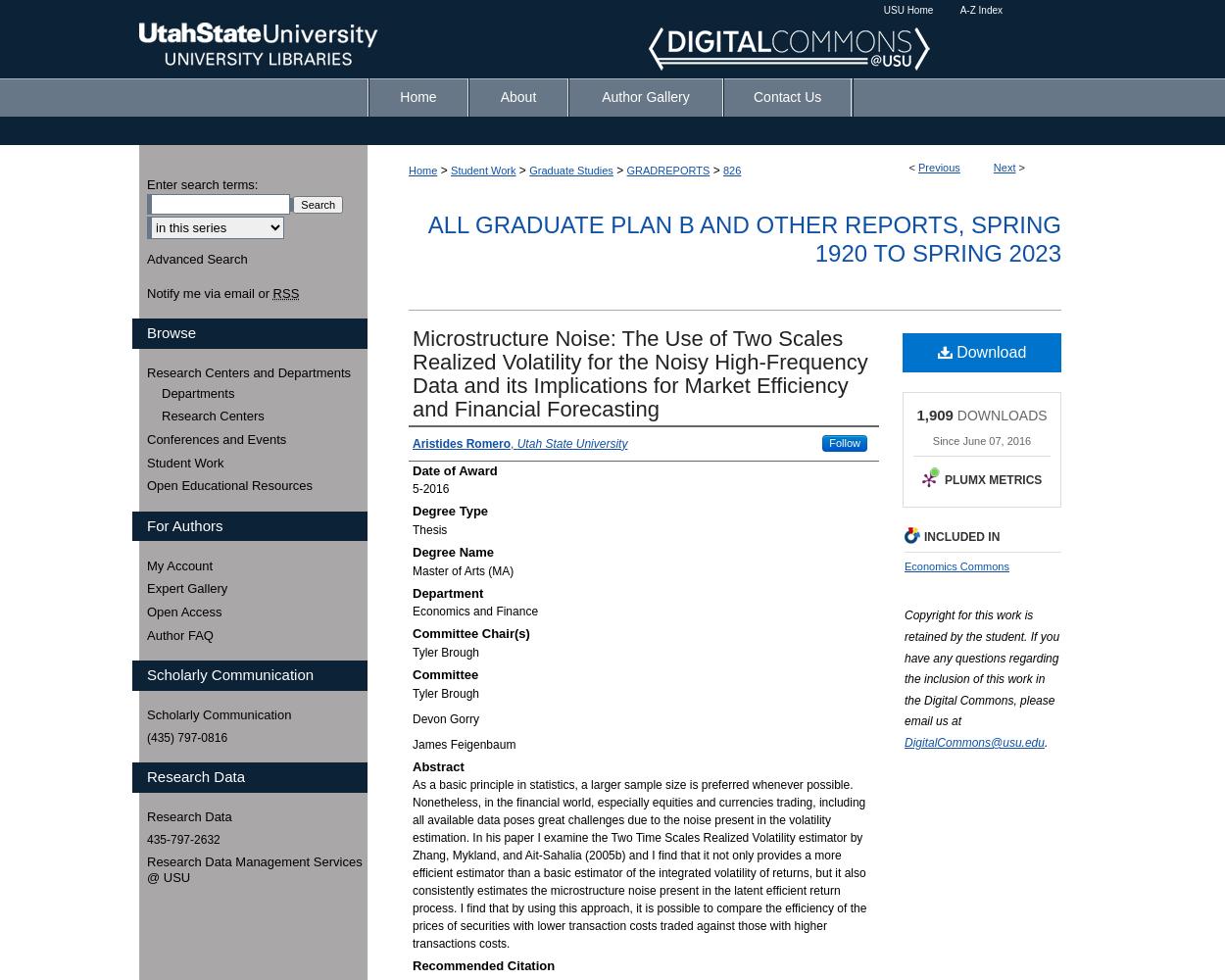 The width and height of the screenshot is (1225, 980). What do you see at coordinates (171, 331) in the screenshot?
I see `'Browse'` at bounding box center [171, 331].